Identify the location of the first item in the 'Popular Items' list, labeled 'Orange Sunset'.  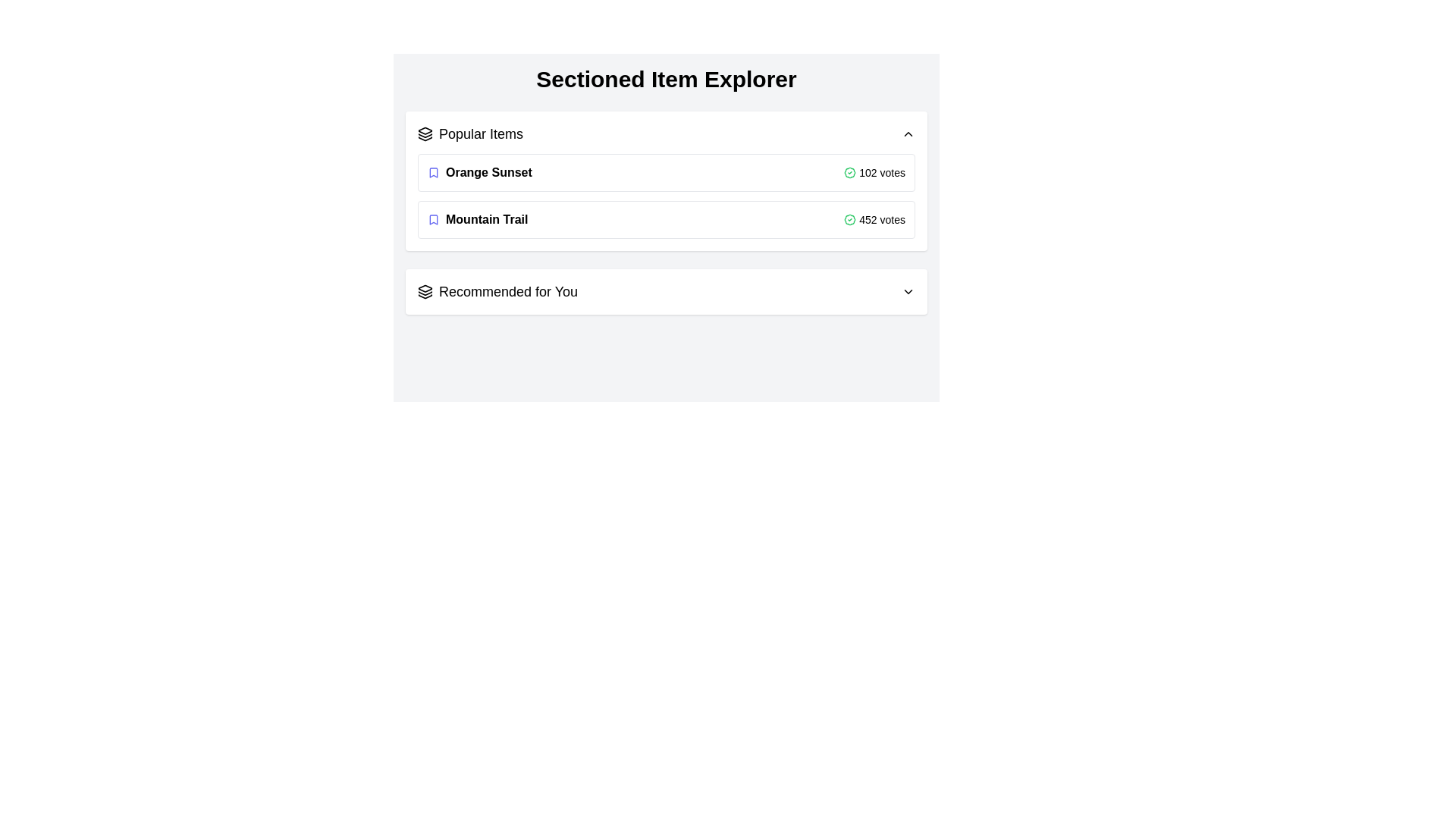
(666, 171).